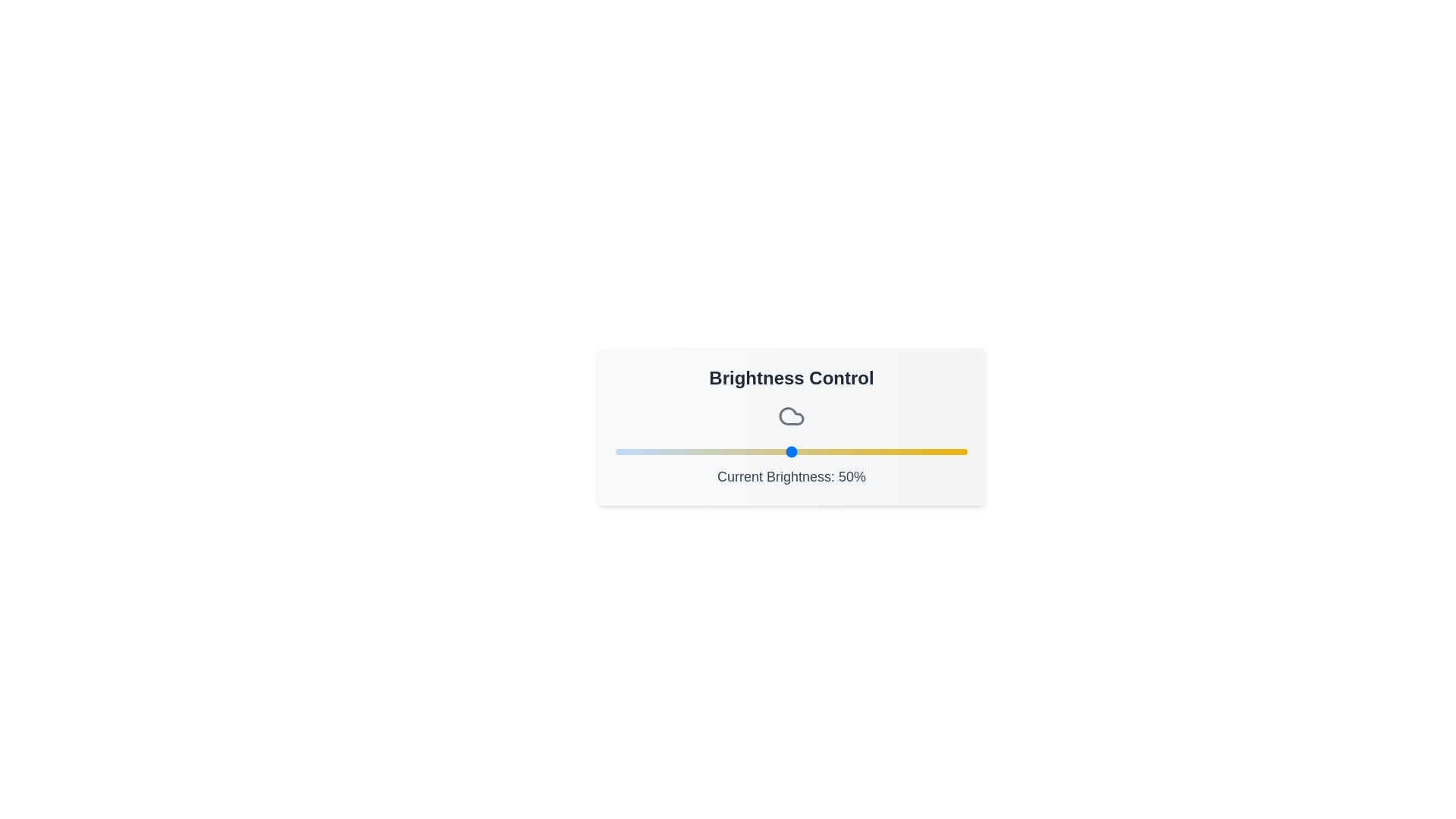  Describe the element at coordinates (959, 451) in the screenshot. I see `the brightness slider to 98% to observe the icon change` at that location.